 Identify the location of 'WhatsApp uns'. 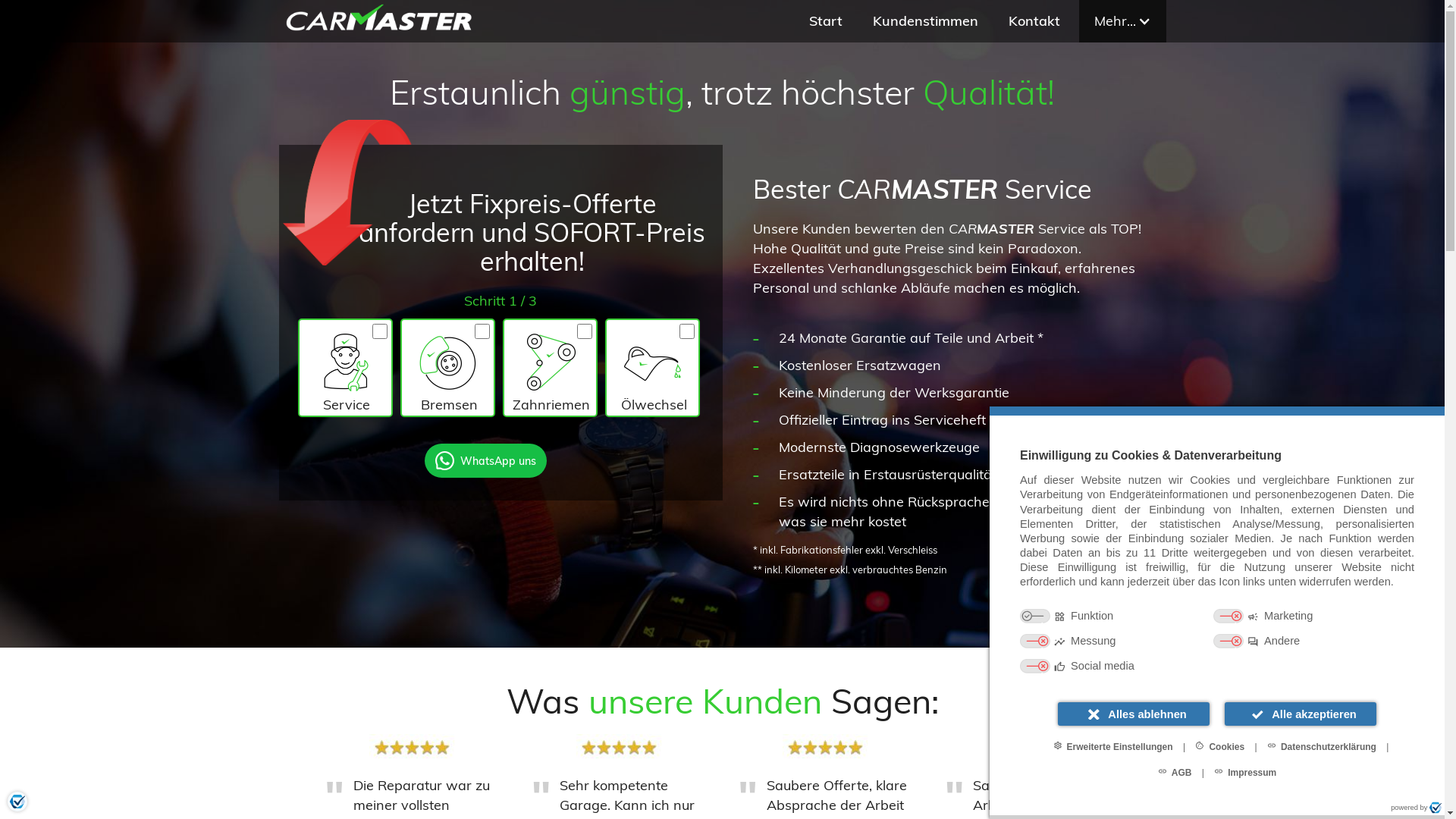
(485, 464).